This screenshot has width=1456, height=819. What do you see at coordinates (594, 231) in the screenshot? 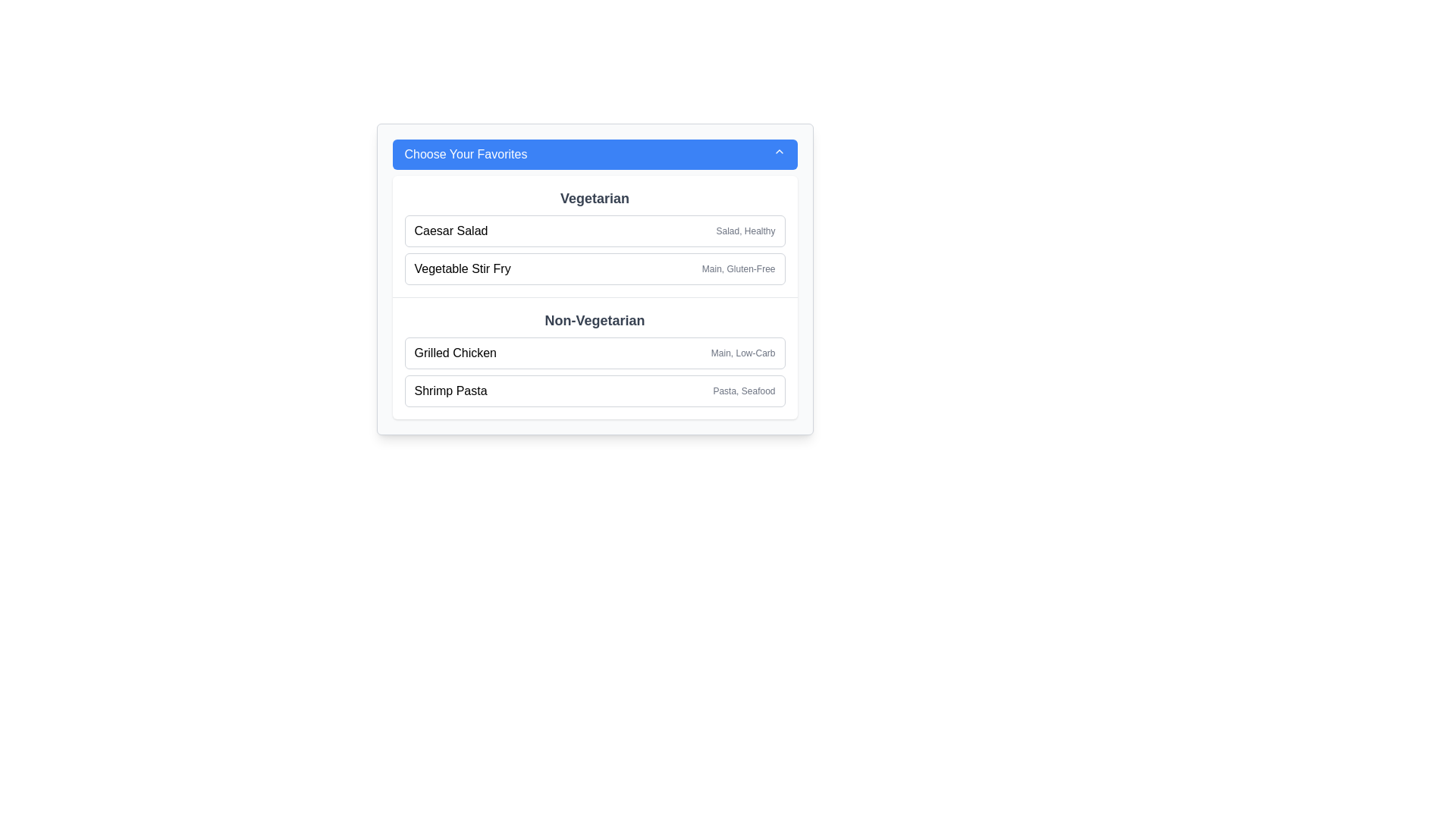
I see `the 'Caesar Salad' selectable list item, which is the first option under the 'Vegetarian' section` at bounding box center [594, 231].